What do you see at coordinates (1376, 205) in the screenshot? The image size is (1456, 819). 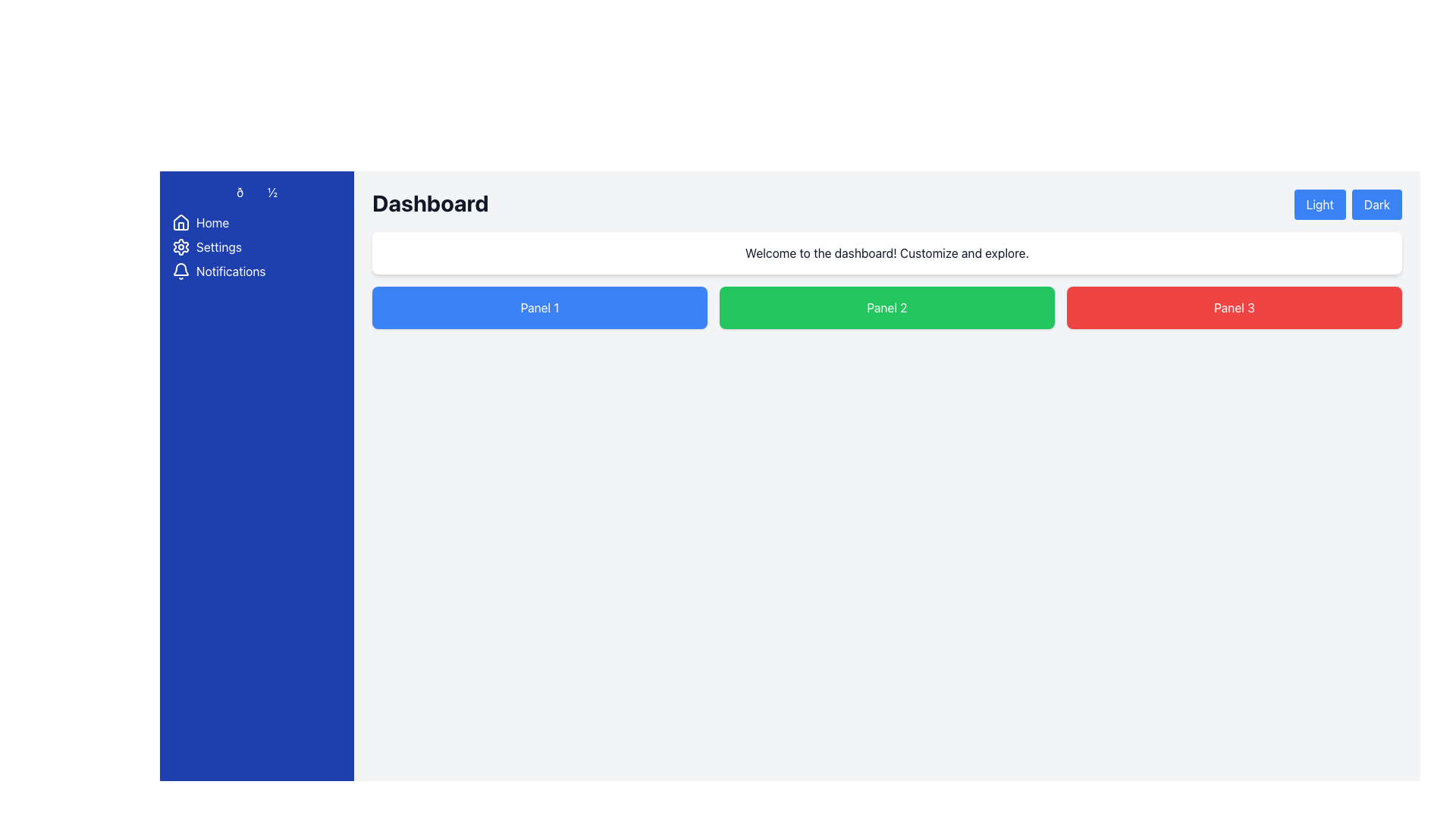 I see `the dark theme toggle button located in the top-right corner of the interface` at bounding box center [1376, 205].